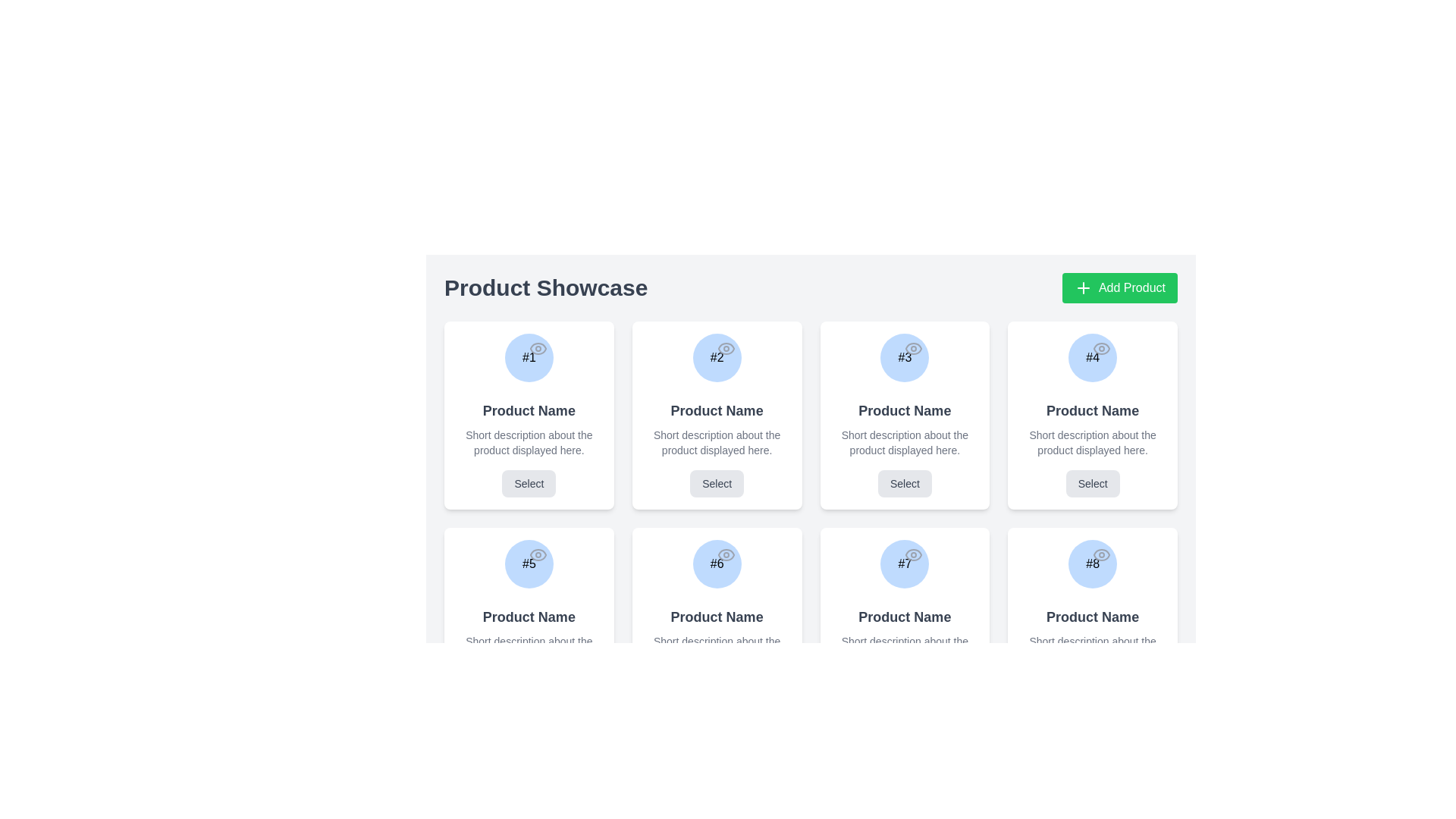 The image size is (1456, 819). Describe the element at coordinates (1120, 288) in the screenshot. I see `the 'Add Product' button located at the top-right corner of the 'Product Showcase' section` at that location.